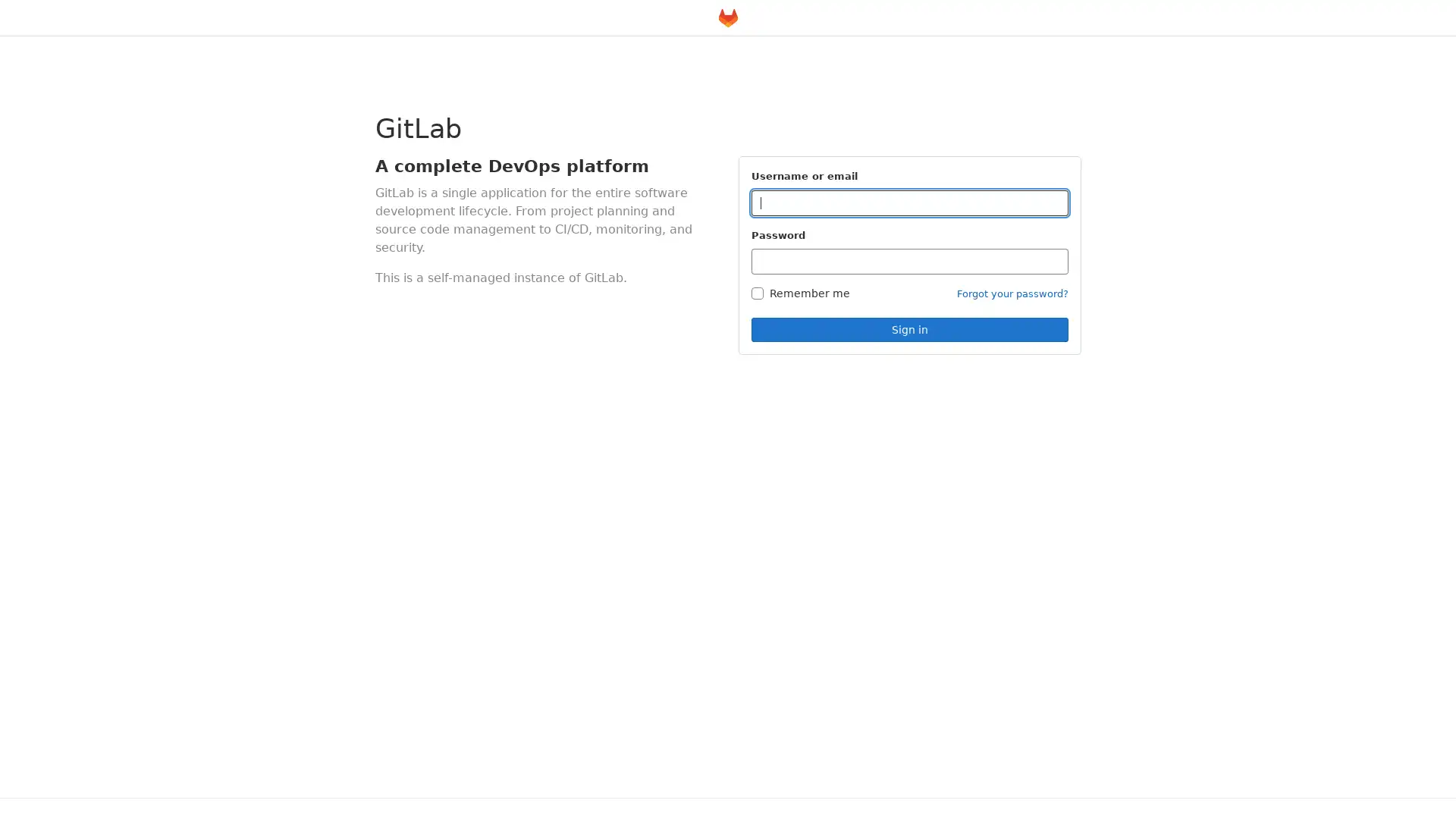 Image resolution: width=1456 pixels, height=819 pixels. What do you see at coordinates (910, 329) in the screenshot?
I see `Sign in` at bounding box center [910, 329].